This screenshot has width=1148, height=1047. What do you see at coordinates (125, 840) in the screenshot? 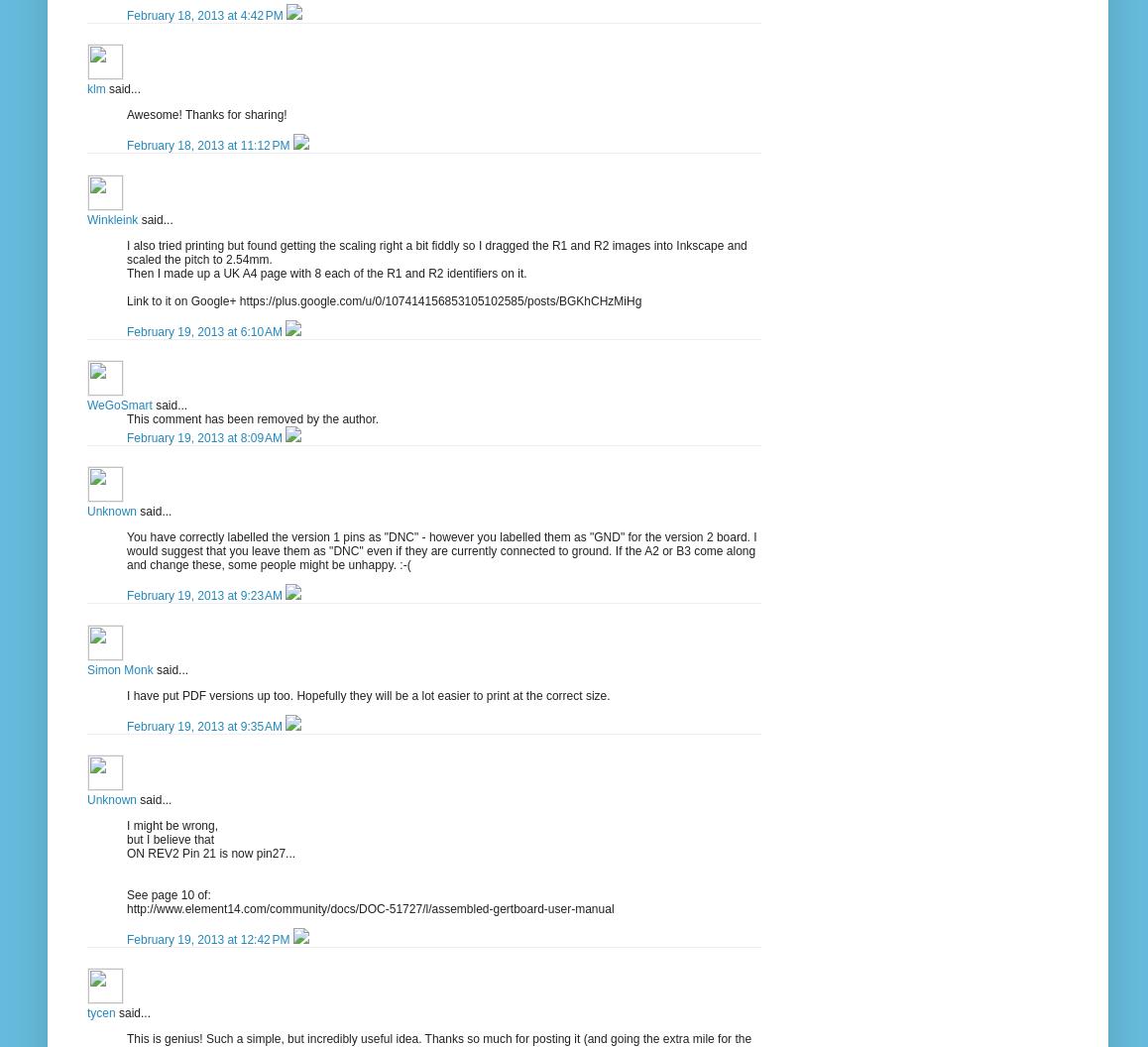
I see `'but I believe that'` at bounding box center [125, 840].